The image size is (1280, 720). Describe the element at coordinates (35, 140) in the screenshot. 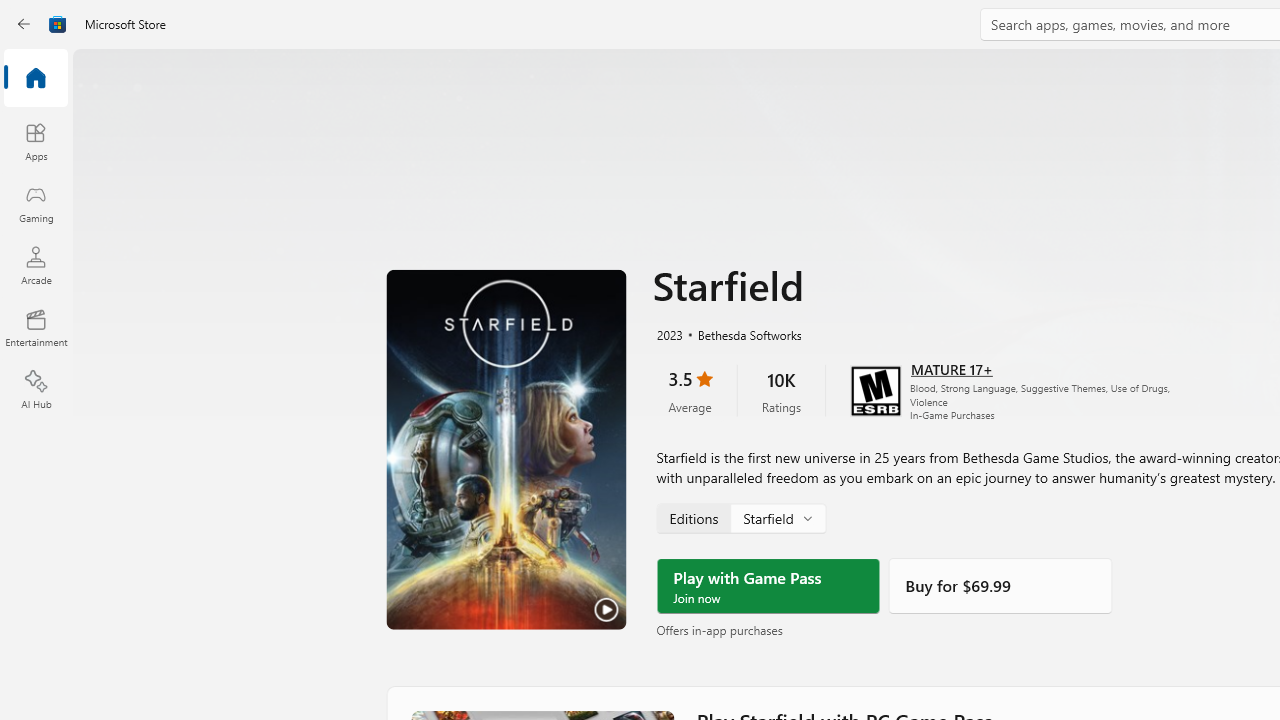

I see `'Apps'` at that location.